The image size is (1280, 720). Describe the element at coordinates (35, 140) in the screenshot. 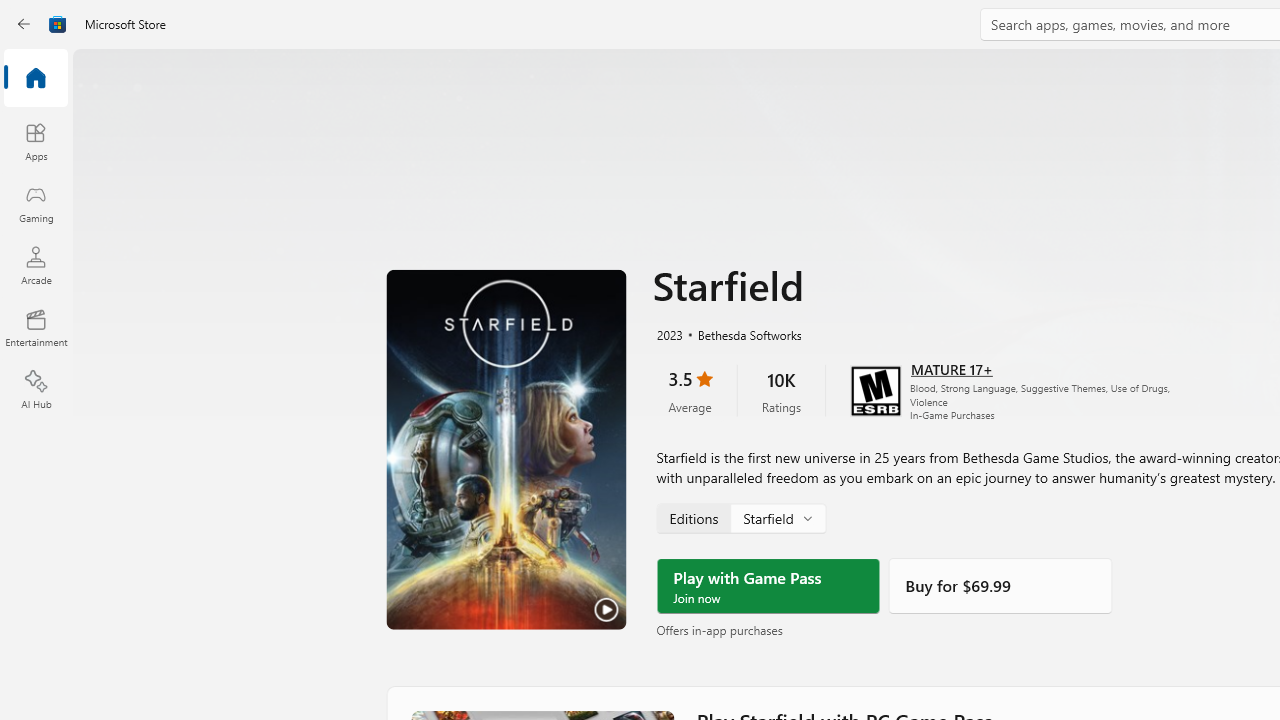

I see `'Apps'` at that location.